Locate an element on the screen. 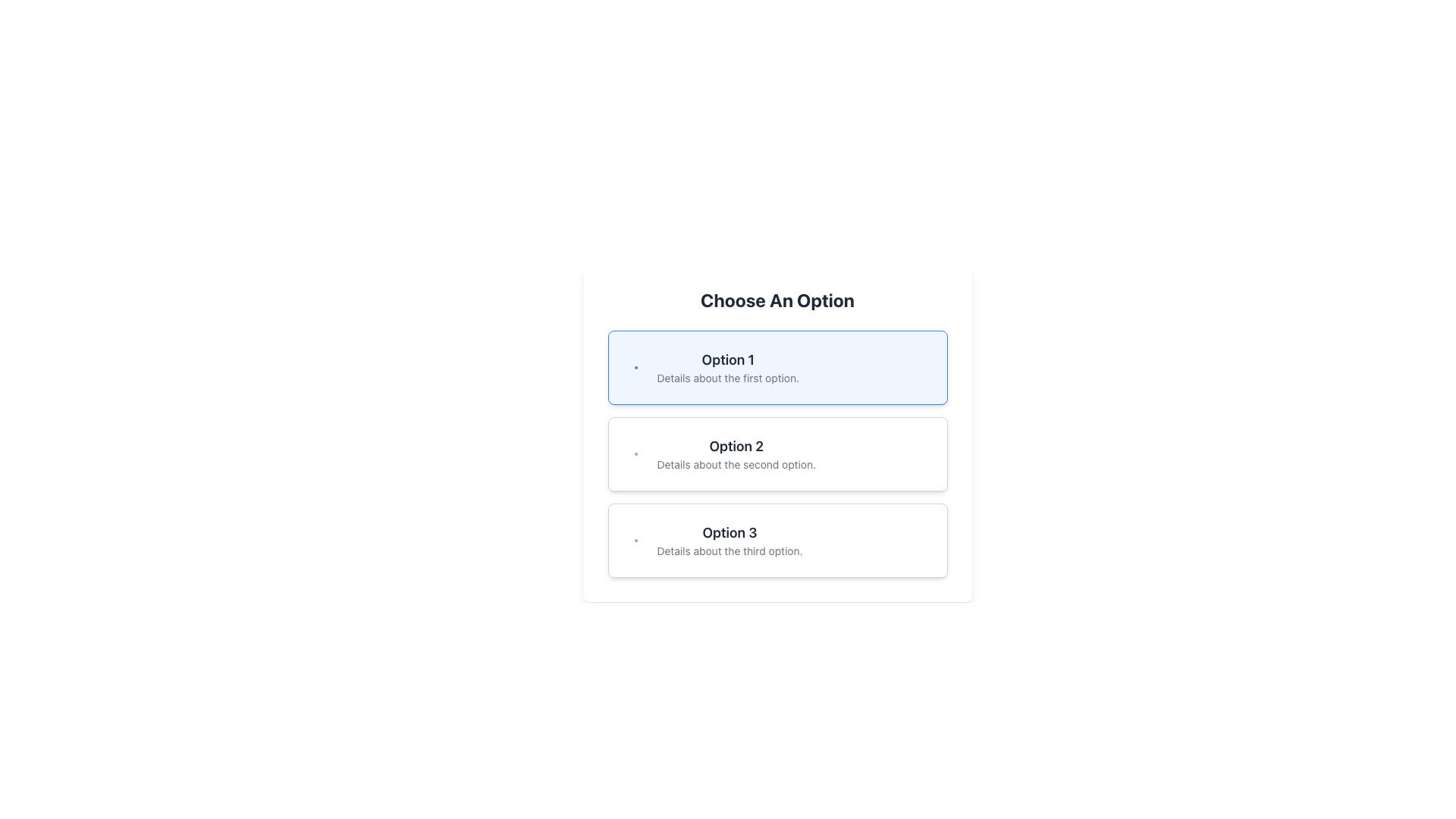 The height and width of the screenshot is (819, 1456). the small, circular gray icon located in the 'Option 3' selection box, positioned near the upper-left corner and aligned with the text 'Option 3' is located at coordinates (635, 540).